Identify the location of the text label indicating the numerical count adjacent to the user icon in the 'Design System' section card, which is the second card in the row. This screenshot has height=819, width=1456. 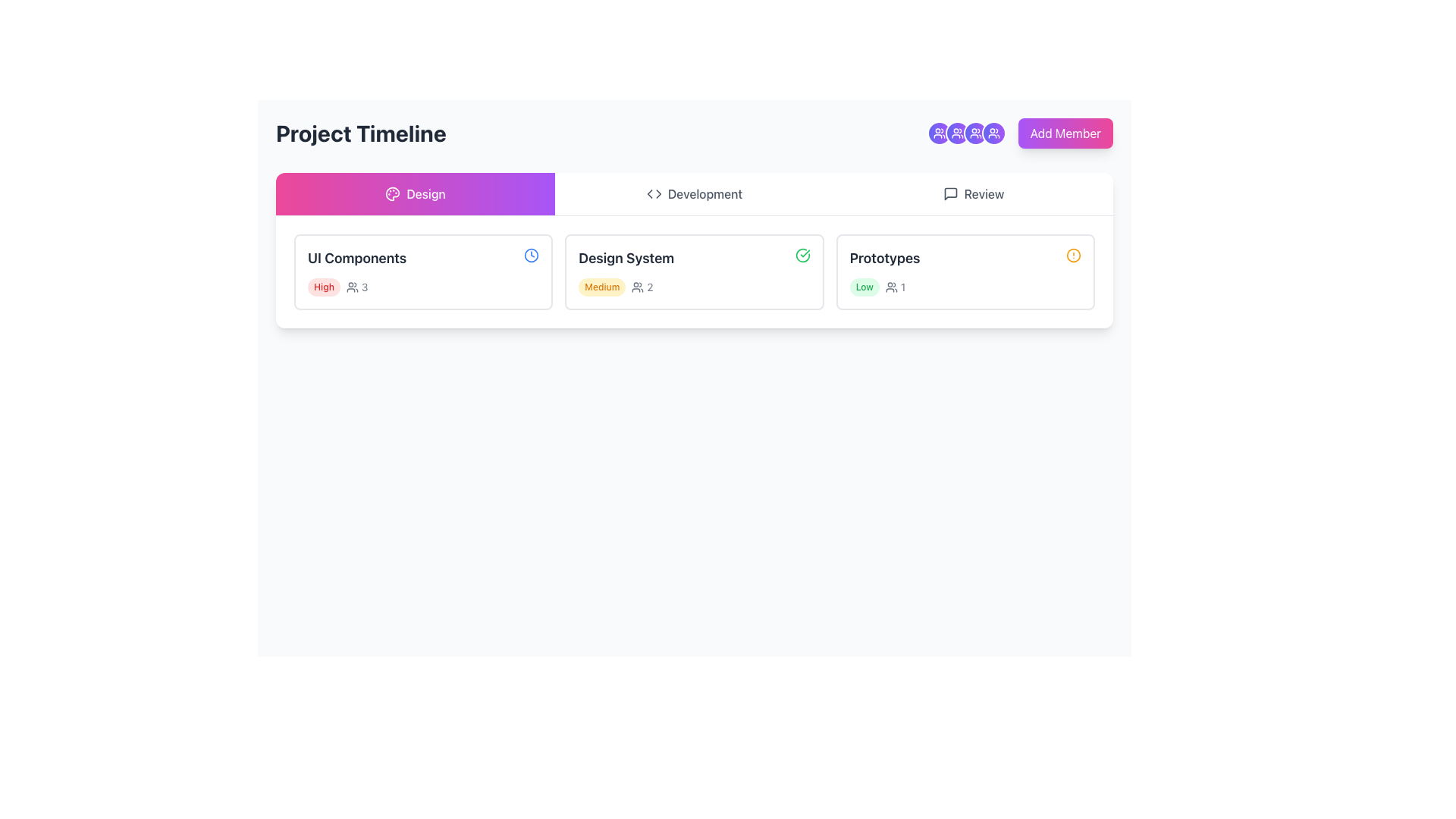
(650, 287).